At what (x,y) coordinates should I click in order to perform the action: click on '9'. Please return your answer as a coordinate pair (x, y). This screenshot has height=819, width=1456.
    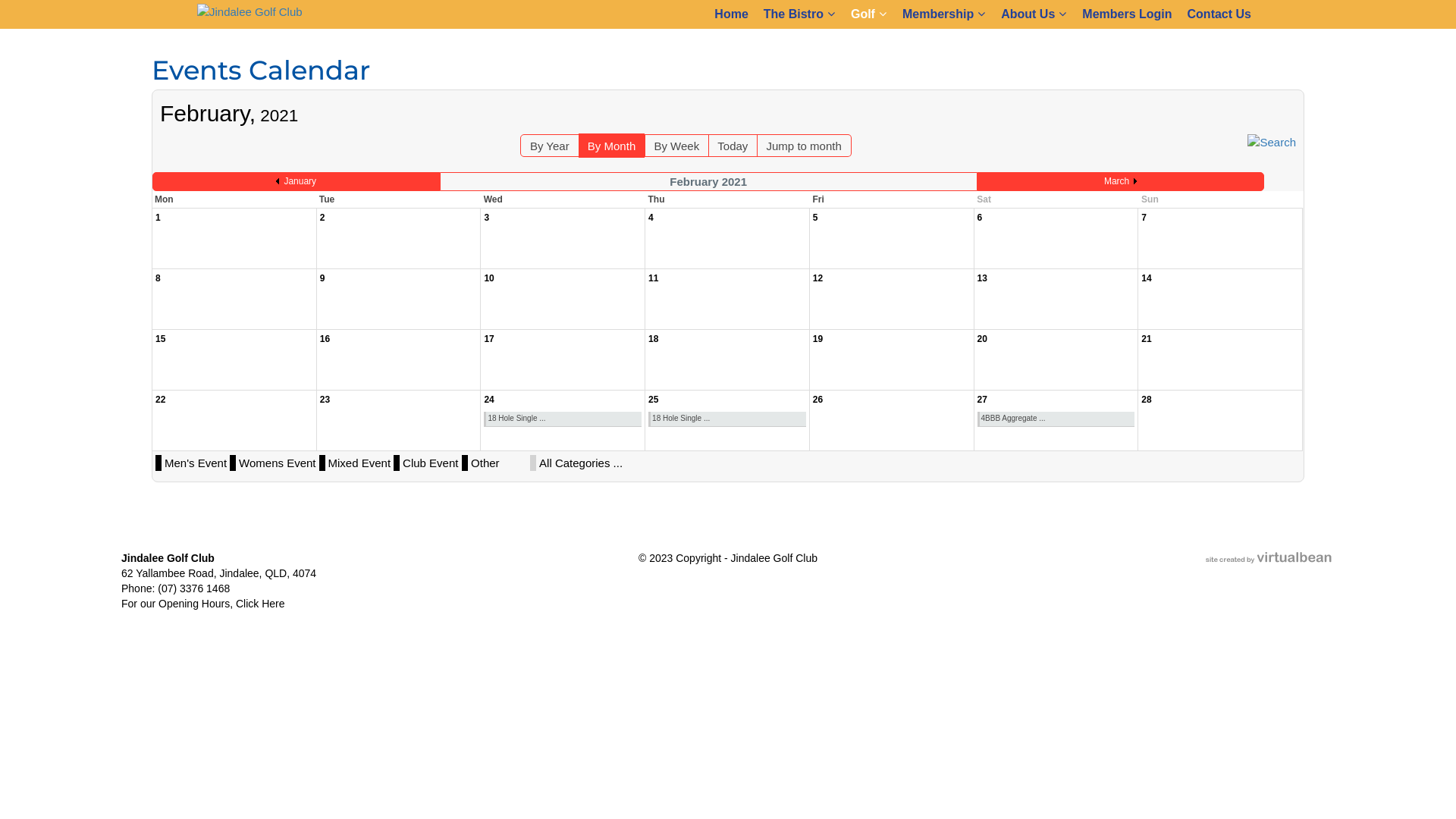
    Looking at the image, I should click on (322, 278).